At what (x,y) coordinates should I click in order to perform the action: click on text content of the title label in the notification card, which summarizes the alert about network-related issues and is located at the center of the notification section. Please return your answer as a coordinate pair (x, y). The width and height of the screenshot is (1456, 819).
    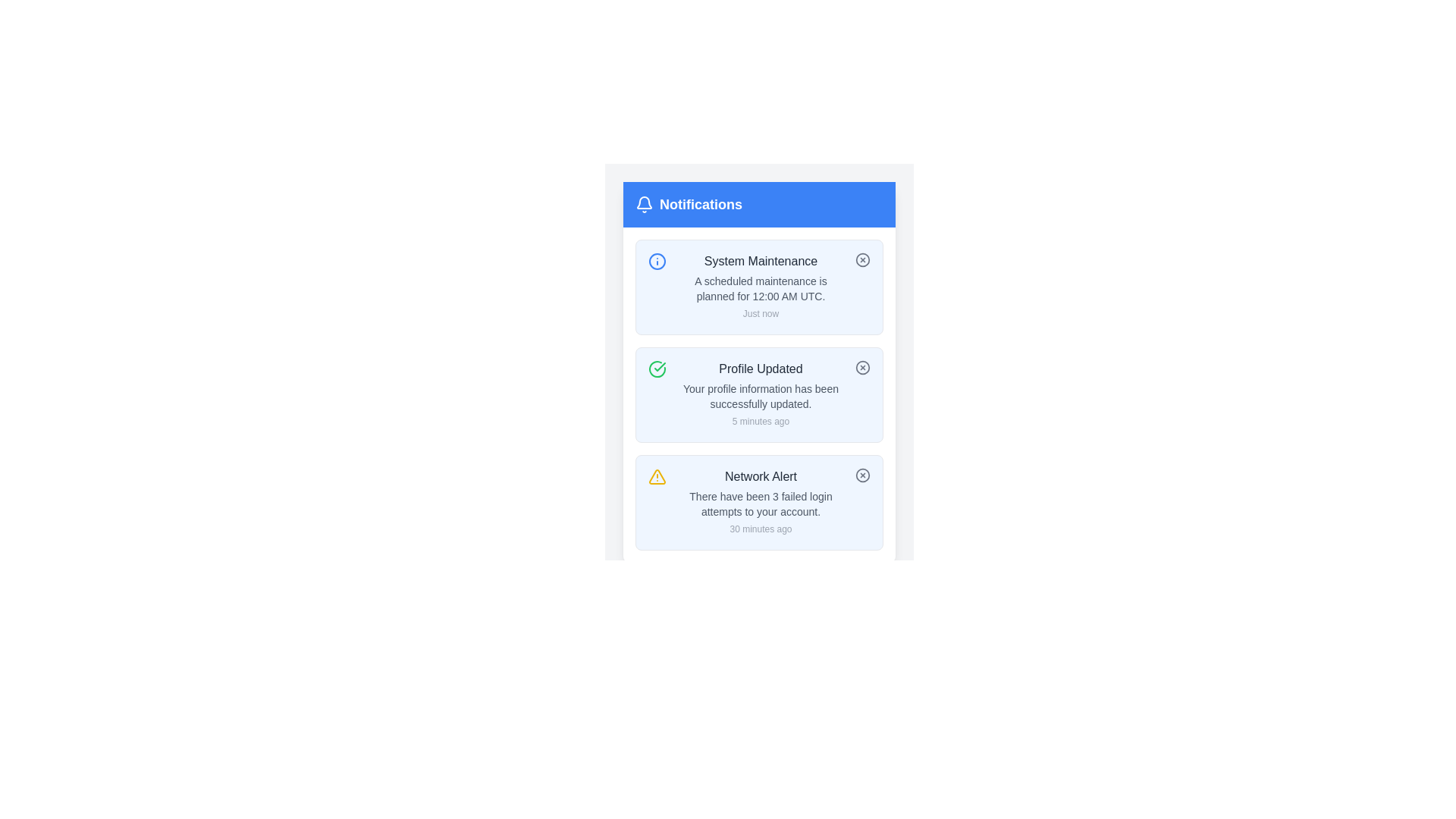
    Looking at the image, I should click on (761, 475).